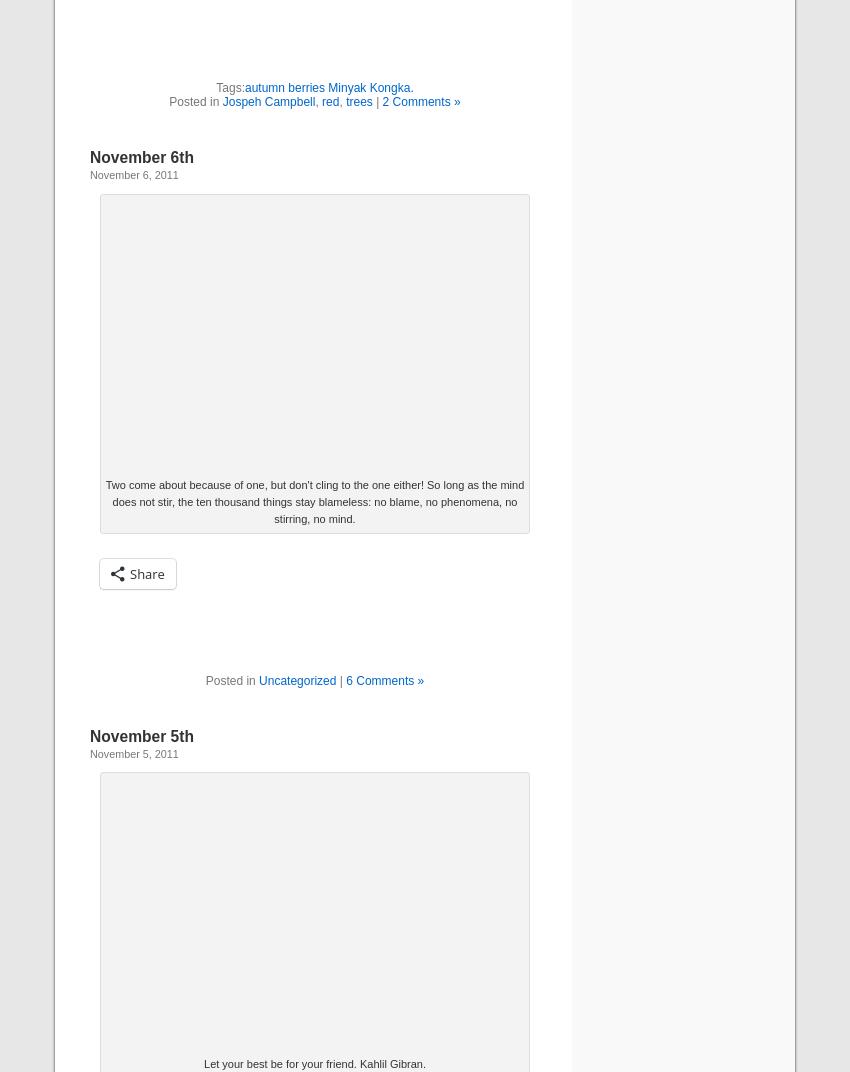 This screenshot has height=1072, width=850. I want to click on 'November 6th', so click(142, 156).